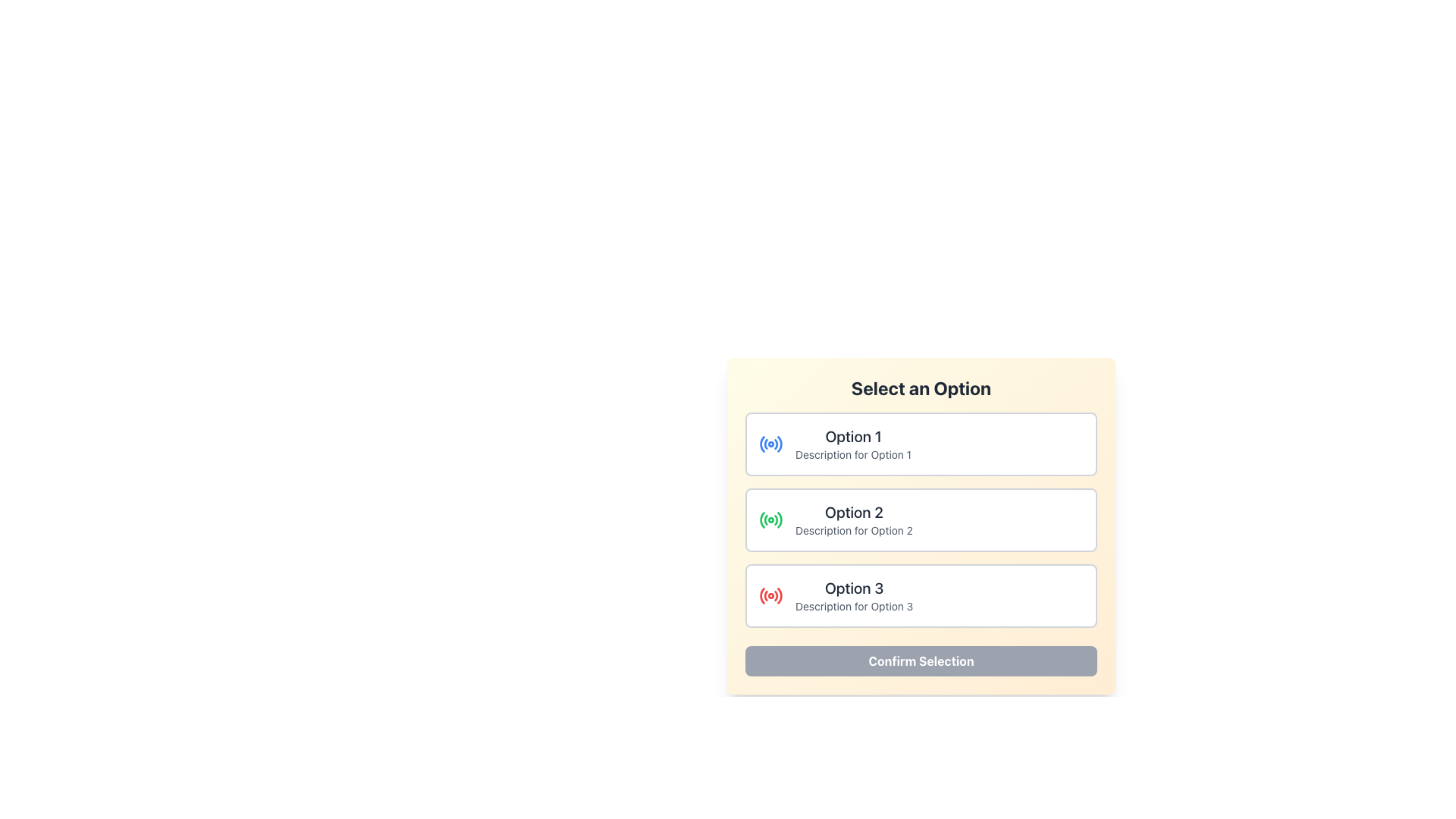 This screenshot has width=1456, height=819. Describe the element at coordinates (771, 595) in the screenshot. I see `the radio icon representing 'Option 3' in the list of options` at that location.